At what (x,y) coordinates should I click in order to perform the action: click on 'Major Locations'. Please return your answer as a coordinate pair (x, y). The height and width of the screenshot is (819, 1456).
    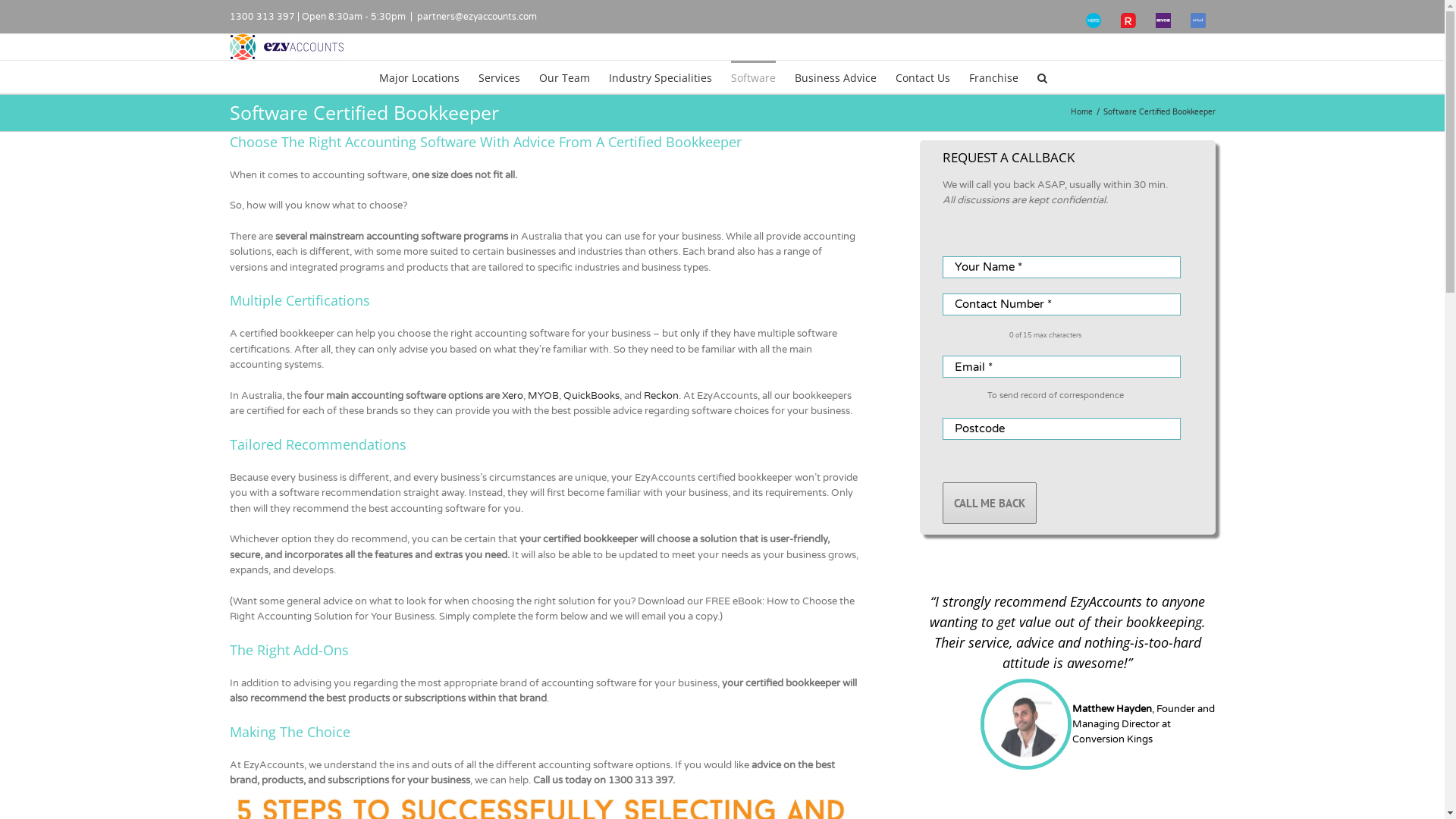
    Looking at the image, I should click on (419, 77).